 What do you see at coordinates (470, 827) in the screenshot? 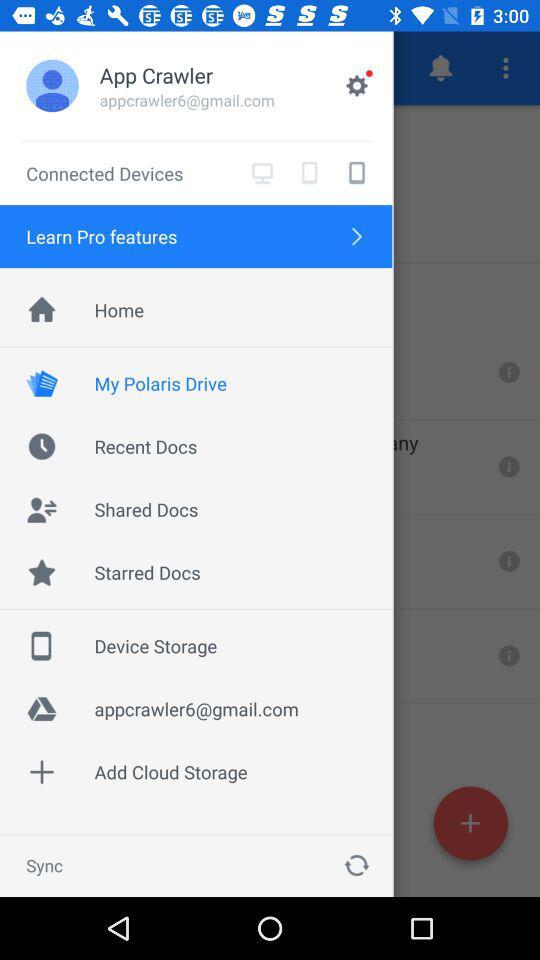
I see `the add icon` at bounding box center [470, 827].